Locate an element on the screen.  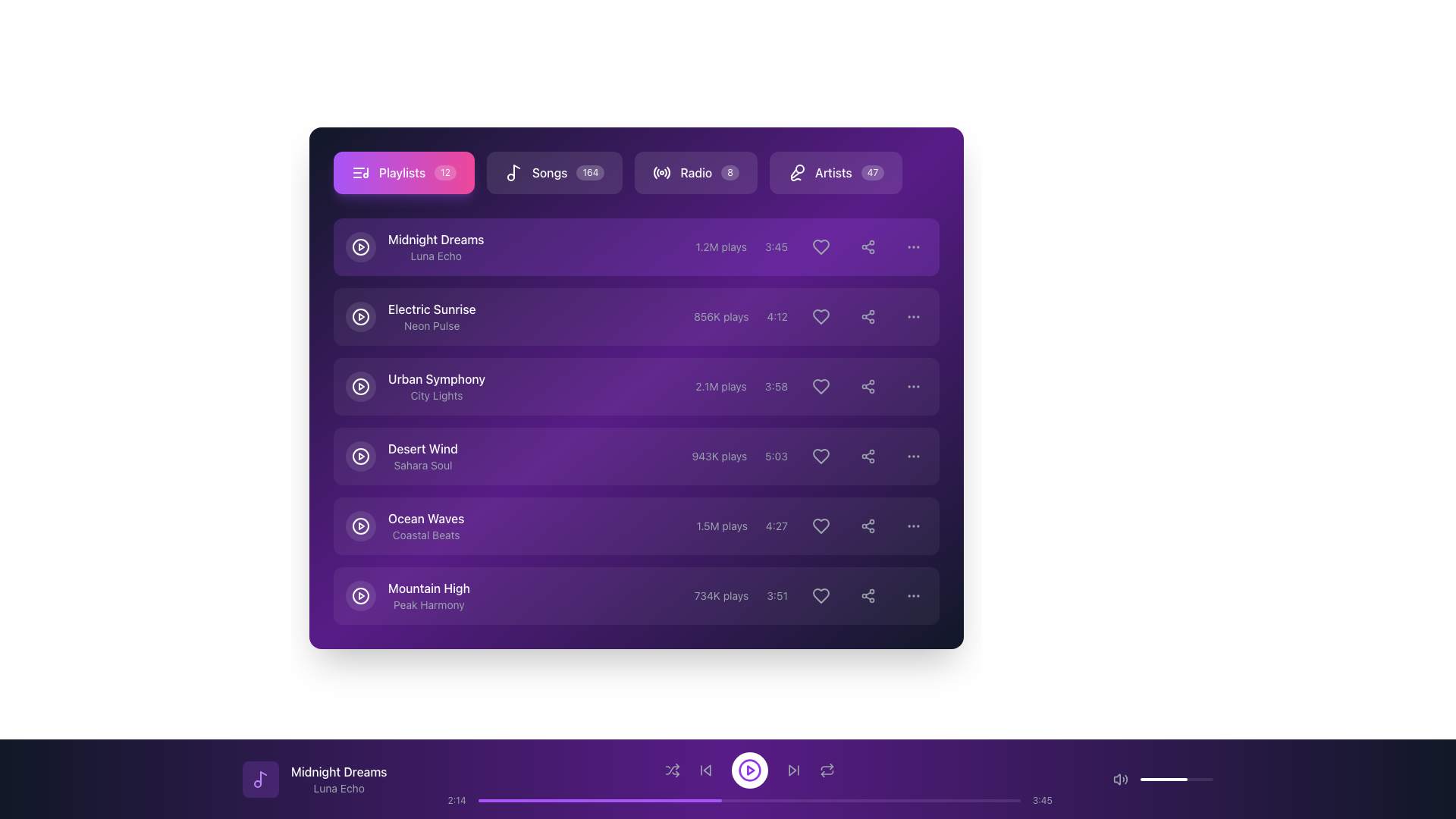
the textual representation of the playlist entry located centrally in the second row of the playlist list view is located at coordinates (431, 315).